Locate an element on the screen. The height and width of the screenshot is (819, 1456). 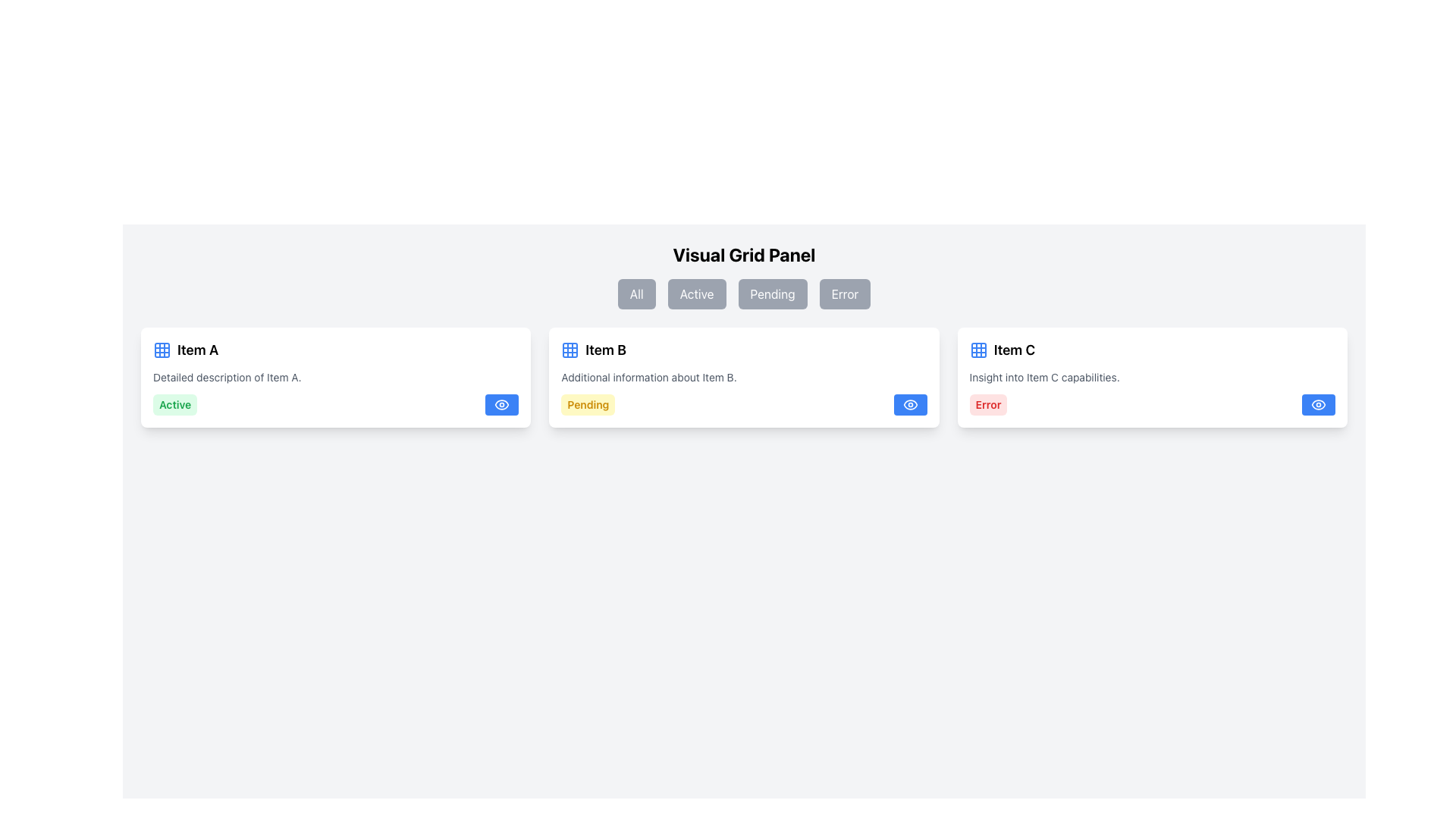
the text snippet displaying 'Detailed description of Item A.' which is located beneath the title 'Item A' in the card layout is located at coordinates (226, 376).